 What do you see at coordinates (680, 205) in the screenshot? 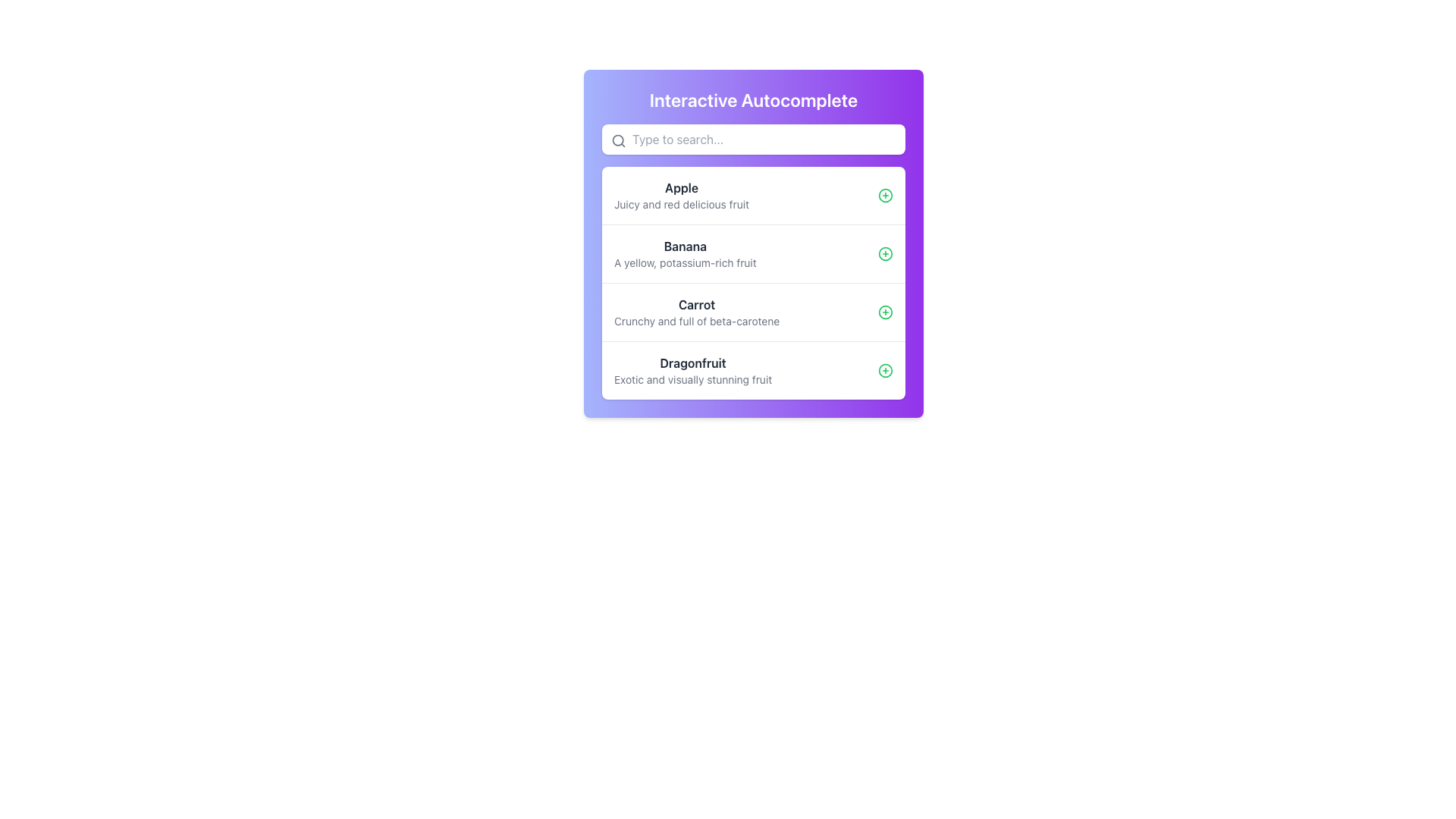
I see `the descriptive text for the 'Apple' item, which provides additional information about its qualities, located beneath the title 'Apple' in the autocomplete component's first list item` at bounding box center [680, 205].